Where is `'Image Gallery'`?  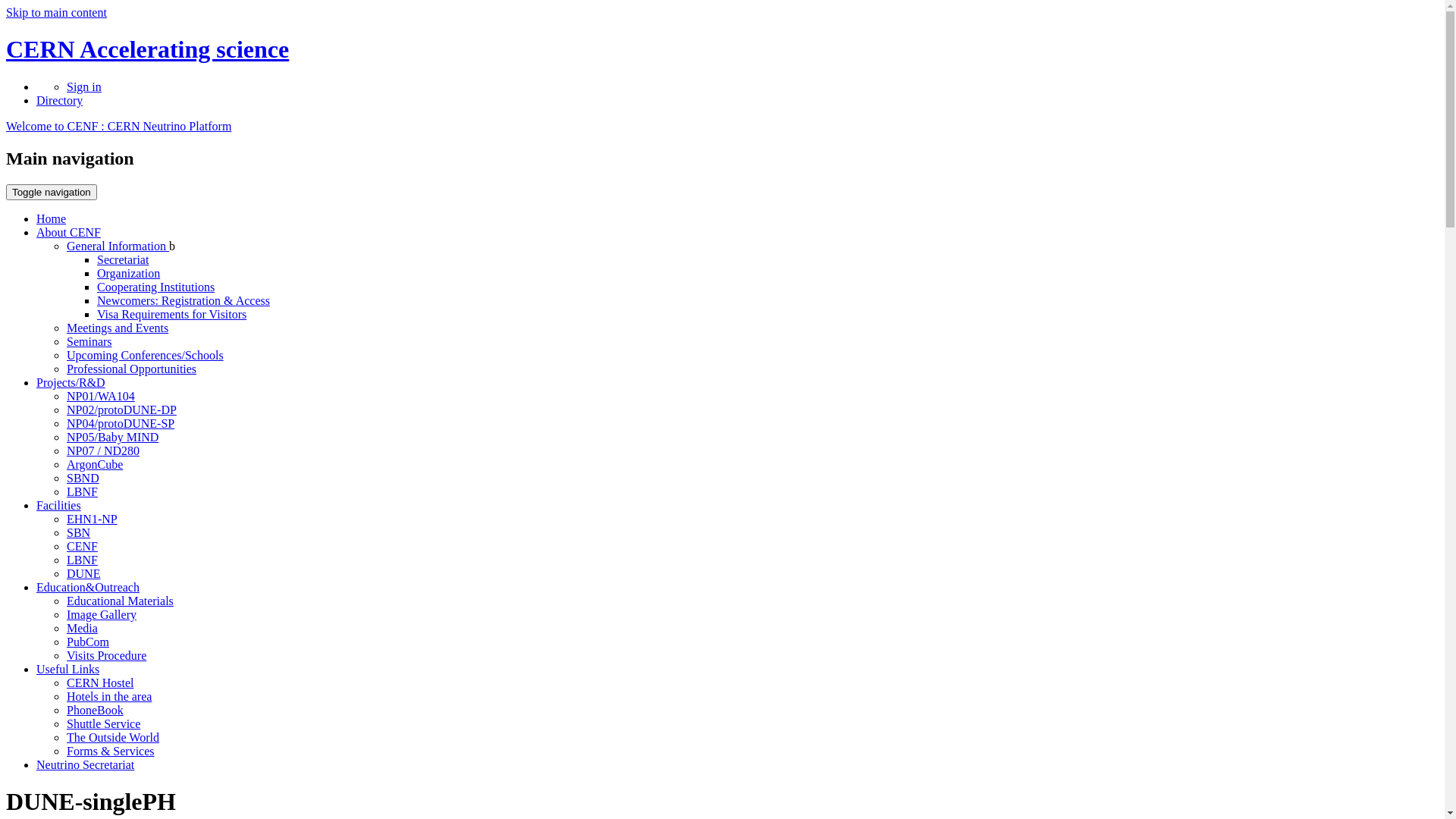
'Image Gallery' is located at coordinates (101, 614).